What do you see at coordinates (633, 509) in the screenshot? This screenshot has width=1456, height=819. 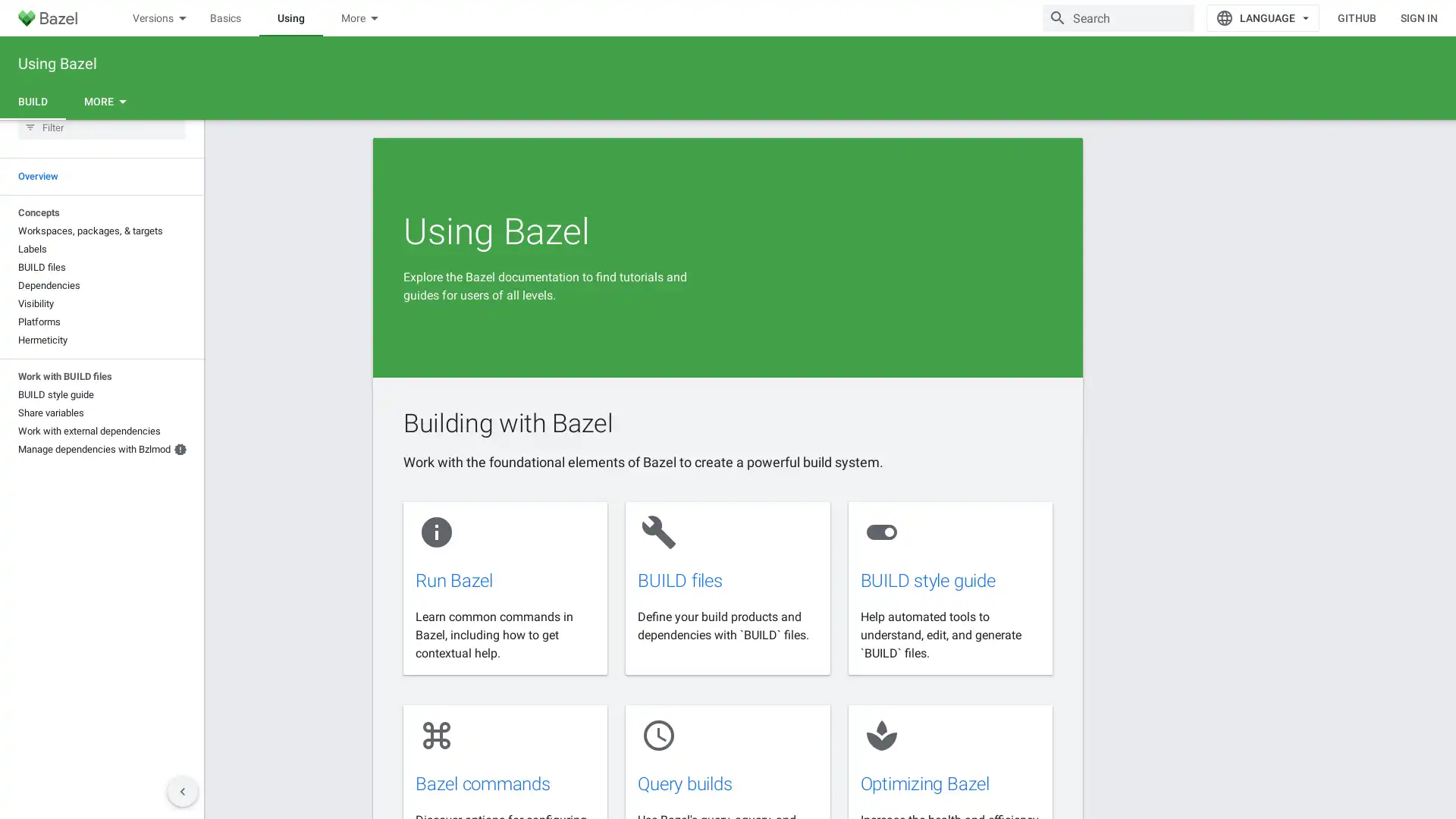 I see `Copy link to this section: Building with Bazel` at bounding box center [633, 509].